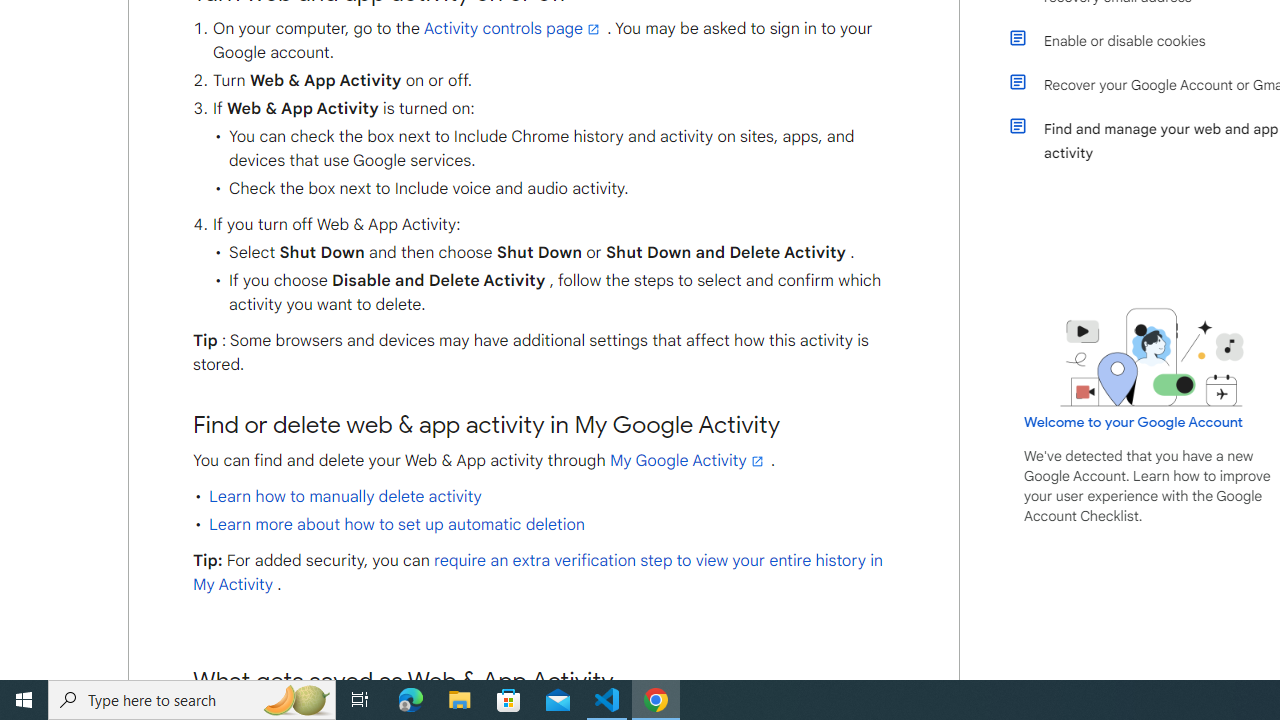 This screenshot has height=720, width=1280. What do you see at coordinates (345, 495) in the screenshot?
I see `'Learn how to manually delete activity'` at bounding box center [345, 495].